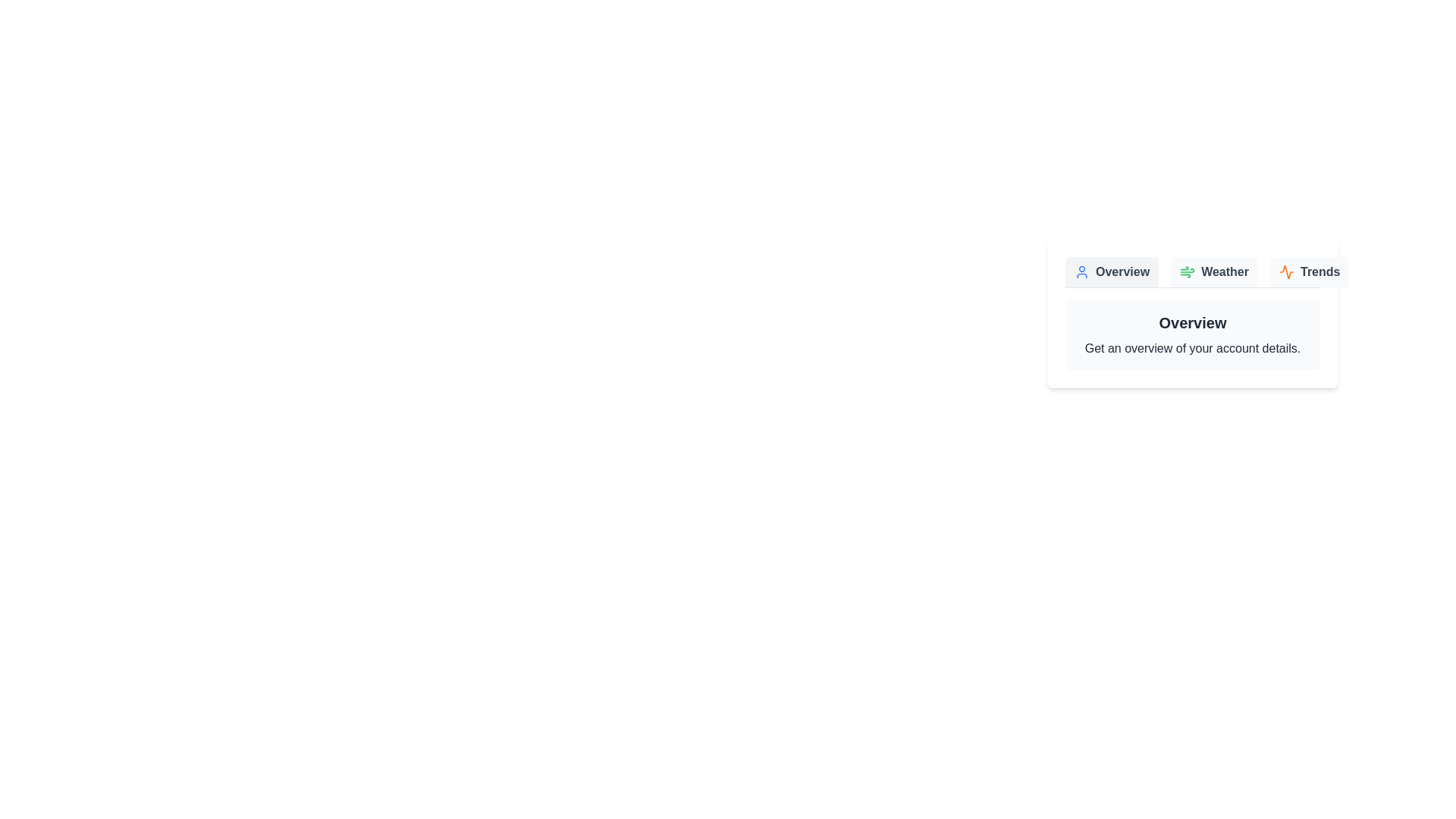 The image size is (1456, 819). I want to click on the tab labeled Trends, so click(1309, 271).